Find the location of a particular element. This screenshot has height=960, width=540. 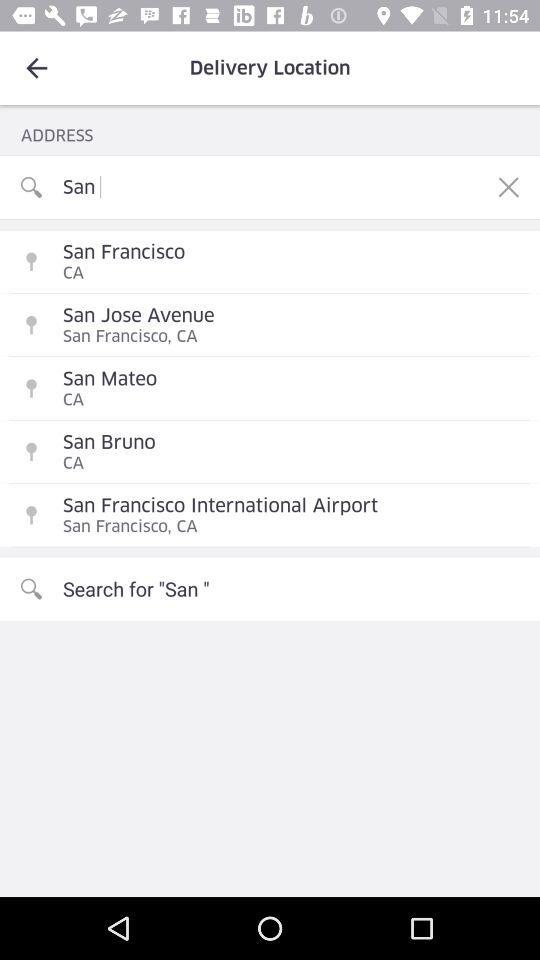

the icon next to the san  item is located at coordinates (508, 187).